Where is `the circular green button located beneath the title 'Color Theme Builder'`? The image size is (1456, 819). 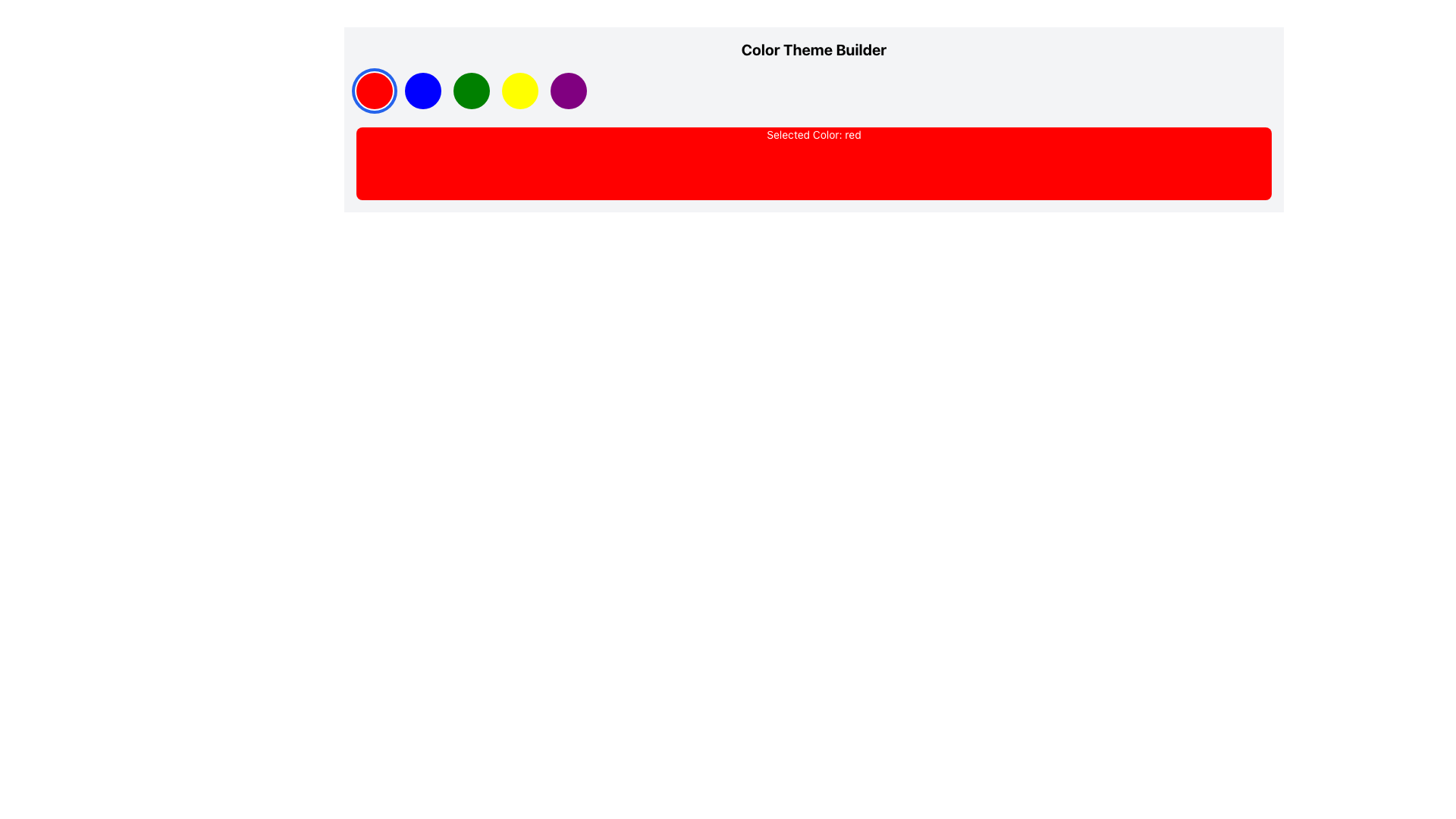 the circular green button located beneath the title 'Color Theme Builder' is located at coordinates (471, 90).